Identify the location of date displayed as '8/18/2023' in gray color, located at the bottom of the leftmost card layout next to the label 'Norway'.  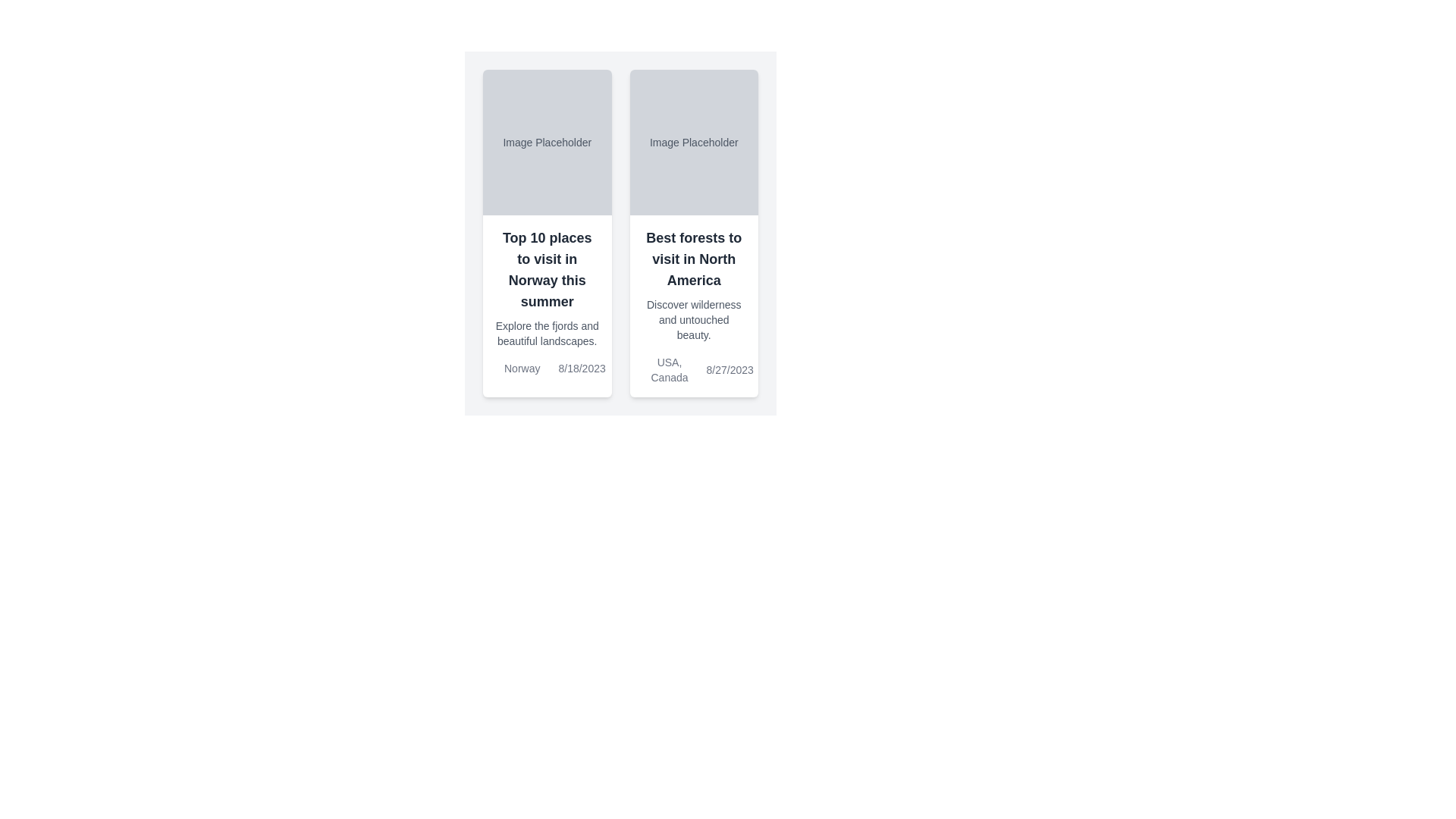
(581, 369).